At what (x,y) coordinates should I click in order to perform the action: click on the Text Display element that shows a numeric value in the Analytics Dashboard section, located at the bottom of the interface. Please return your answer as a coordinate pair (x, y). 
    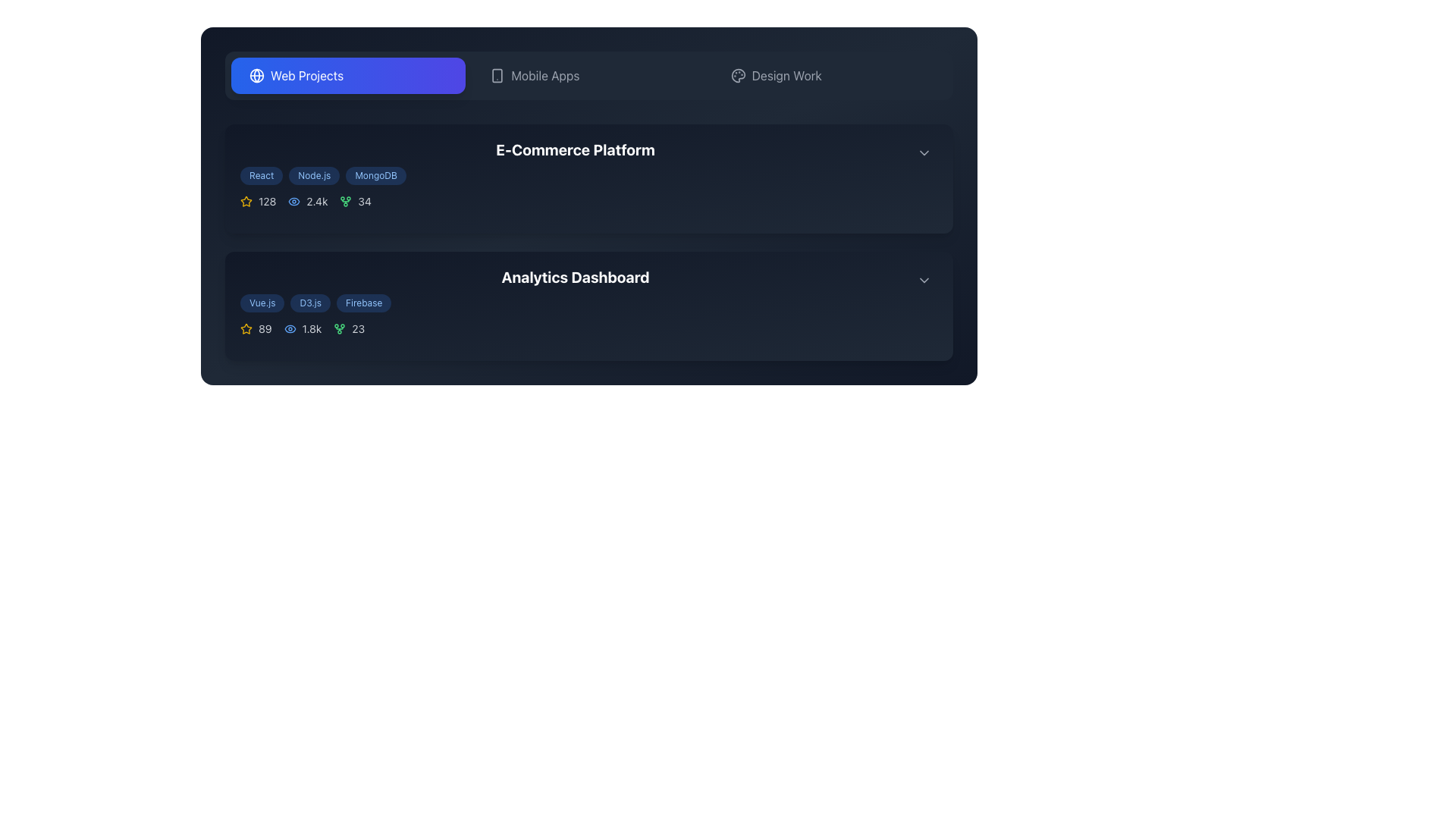
    Looking at the image, I should click on (357, 328).